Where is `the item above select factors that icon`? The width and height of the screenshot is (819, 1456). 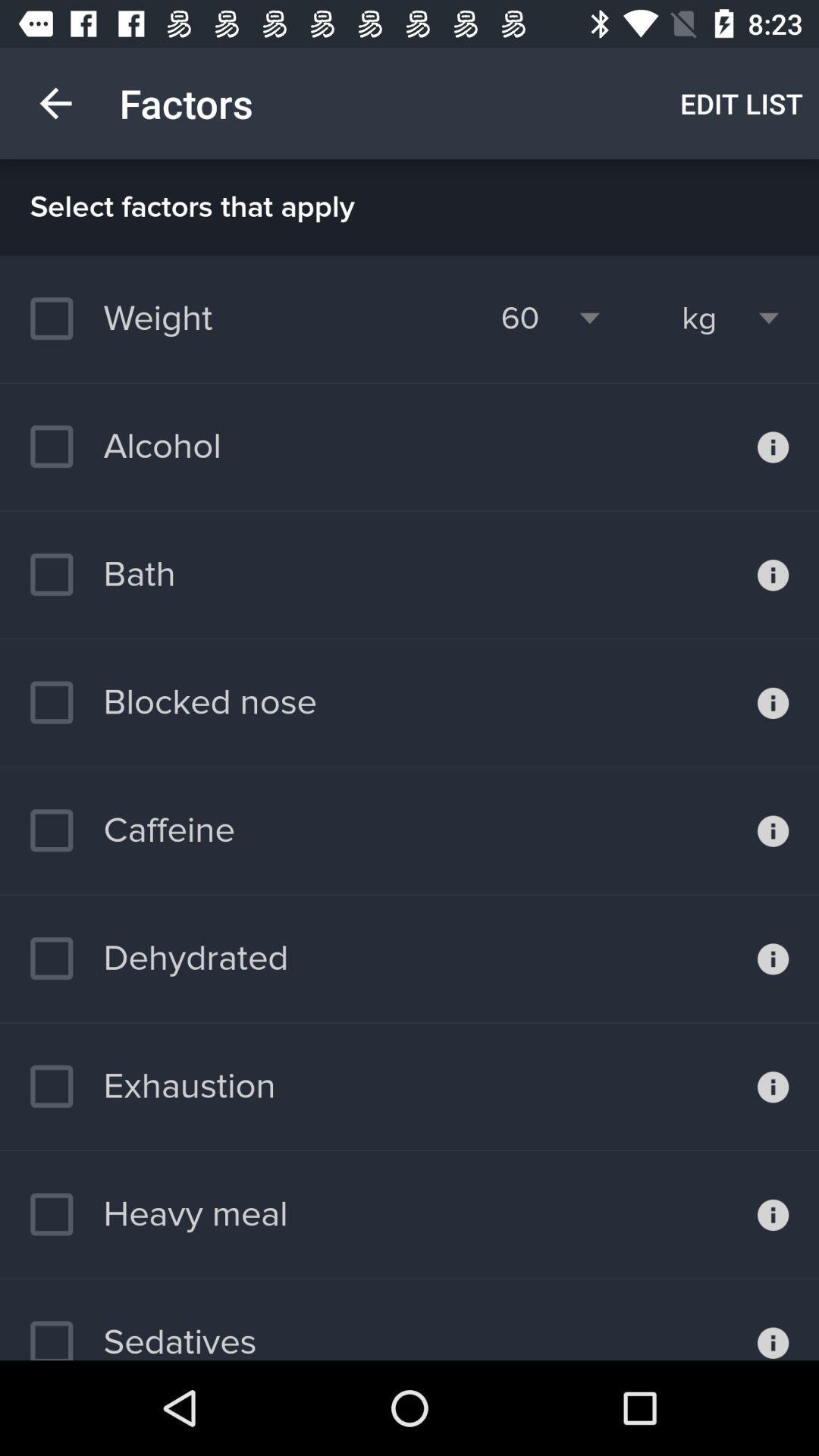 the item above select factors that icon is located at coordinates (55, 102).